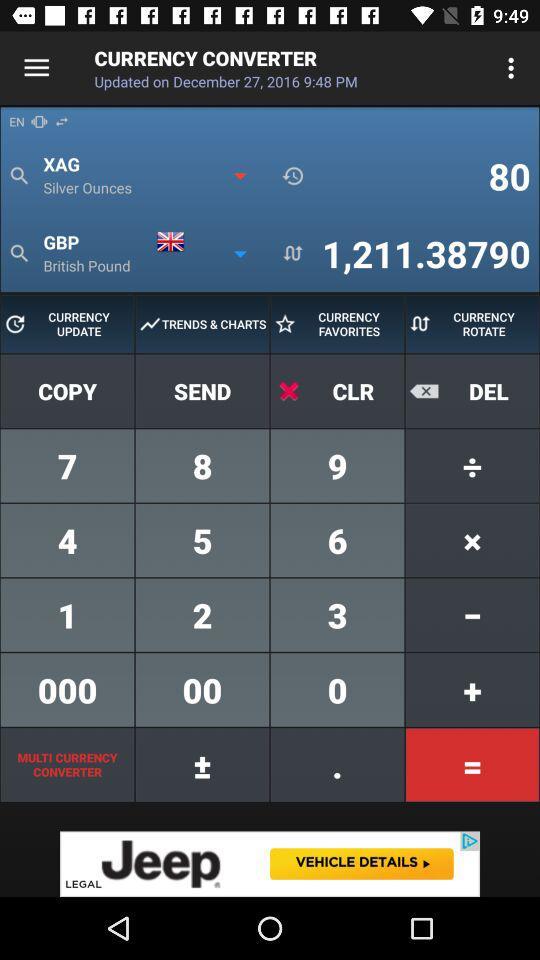  What do you see at coordinates (18, 175) in the screenshot?
I see `the search icon` at bounding box center [18, 175].